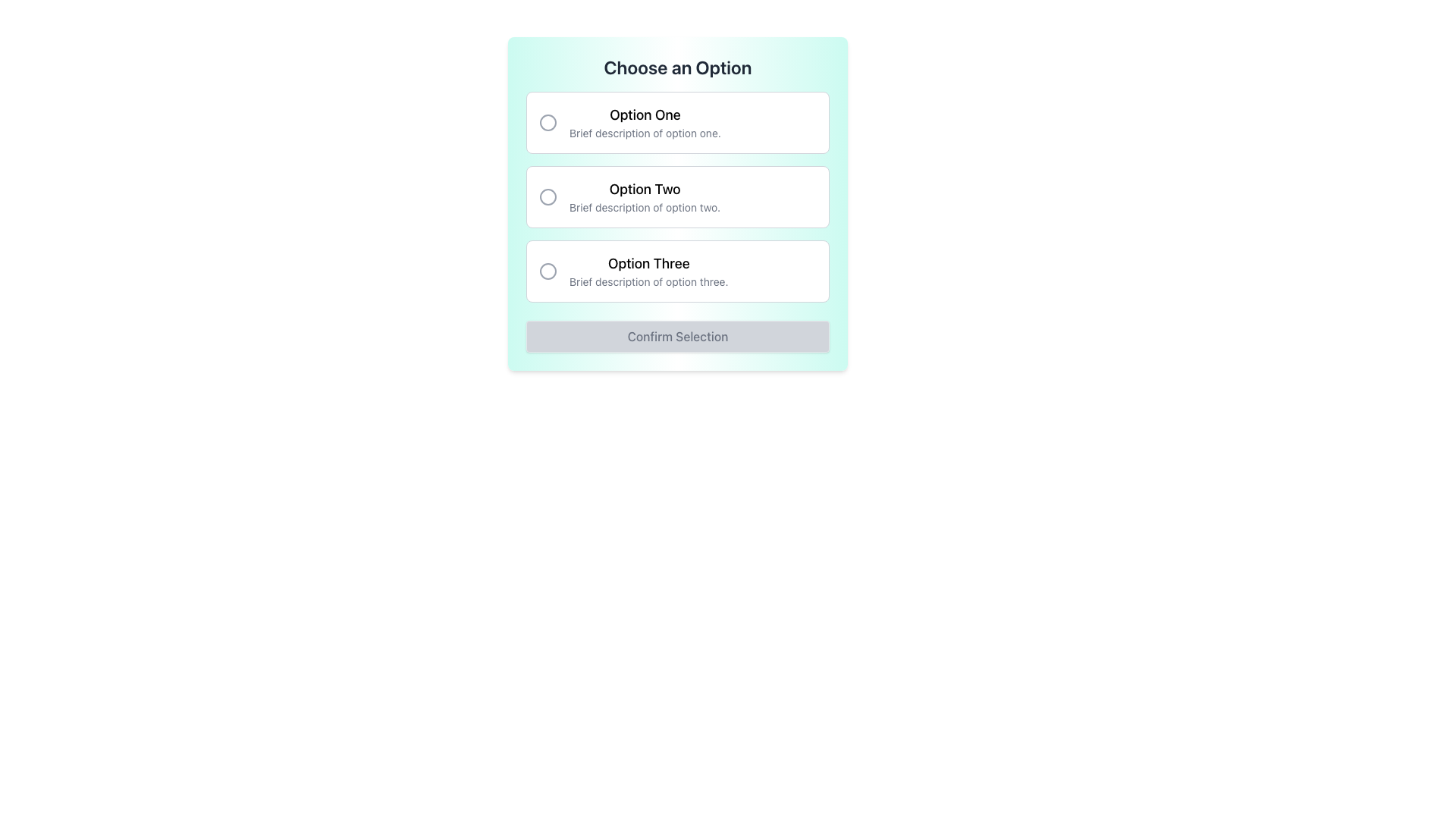 The image size is (1456, 819). Describe the element at coordinates (548, 271) in the screenshot. I see `the circular selection marker inside the 'Option Three' button to provide visual feedback` at that location.